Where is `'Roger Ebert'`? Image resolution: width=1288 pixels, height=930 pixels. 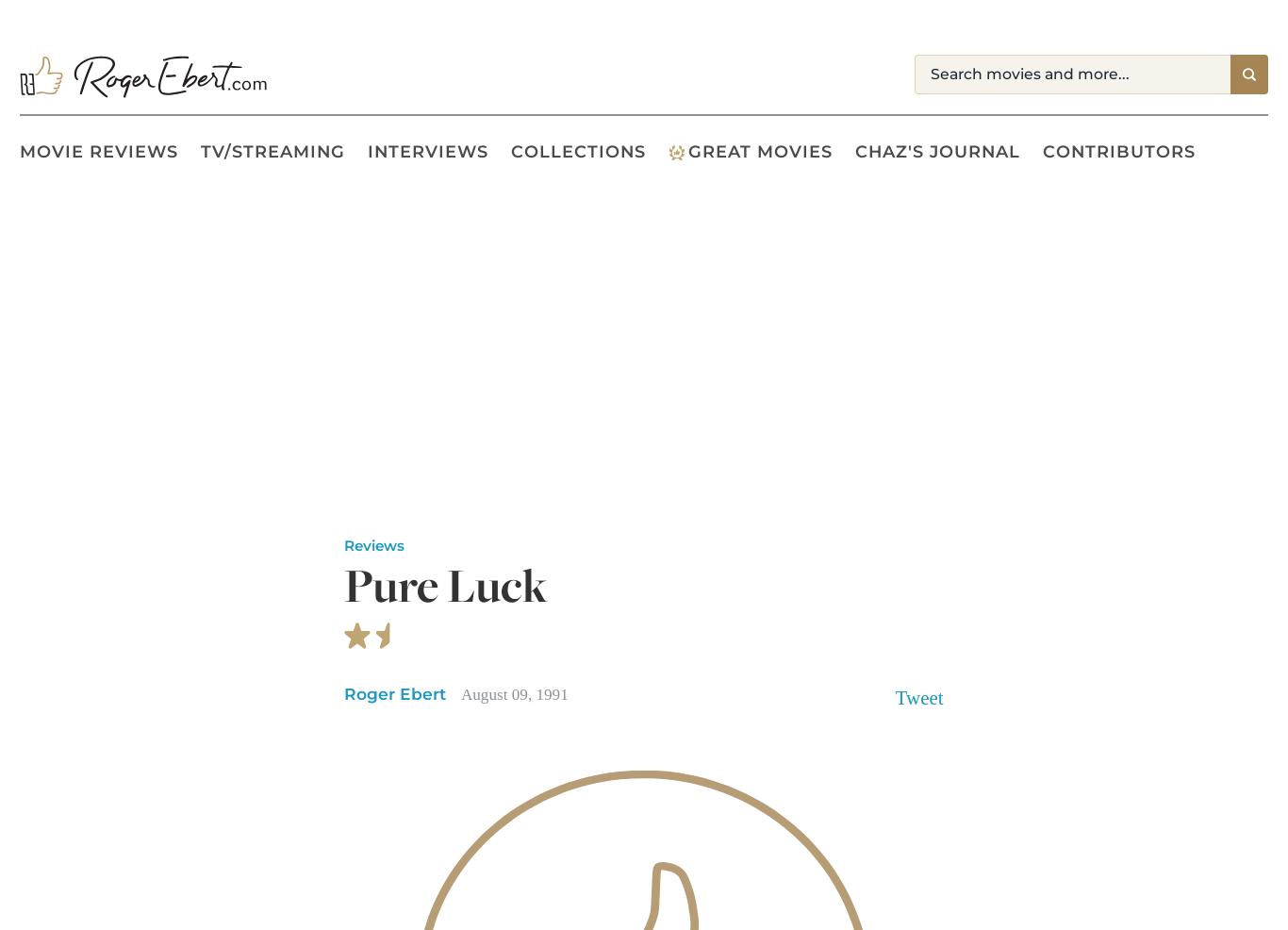 'Roger Ebert' is located at coordinates (342, 691).